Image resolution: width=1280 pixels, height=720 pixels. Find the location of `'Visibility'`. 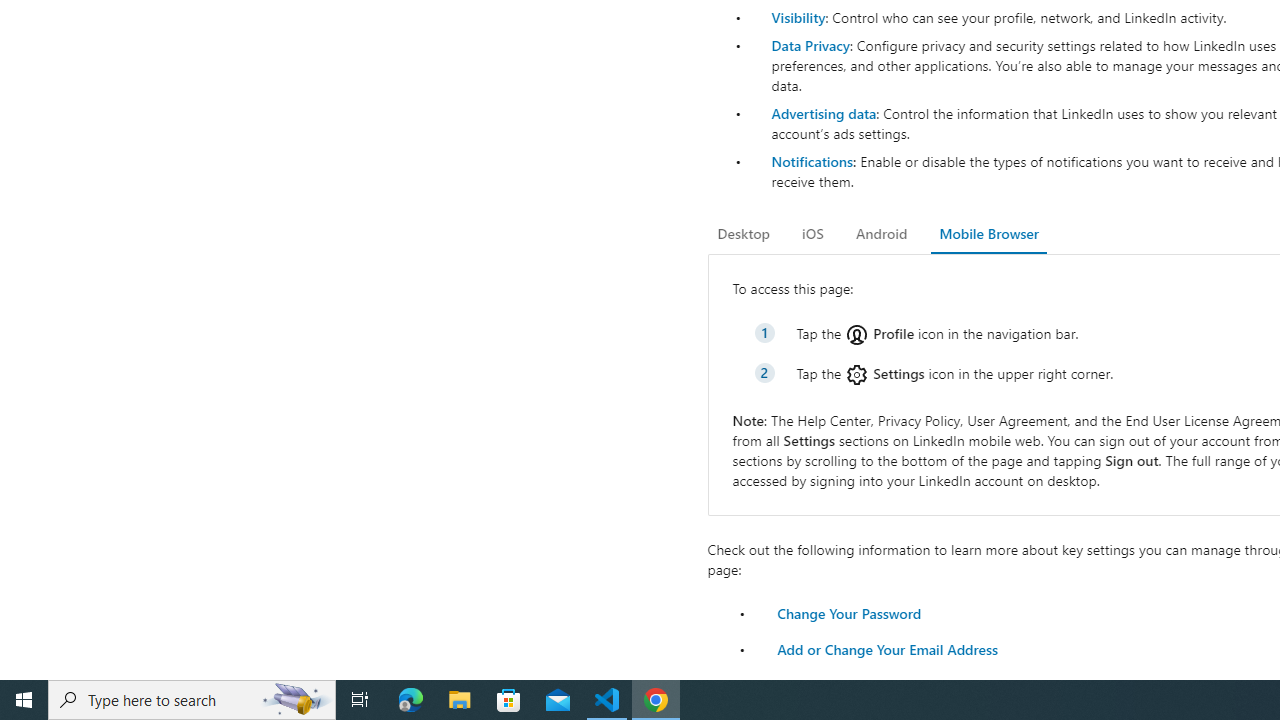

'Visibility' is located at coordinates (797, 17).